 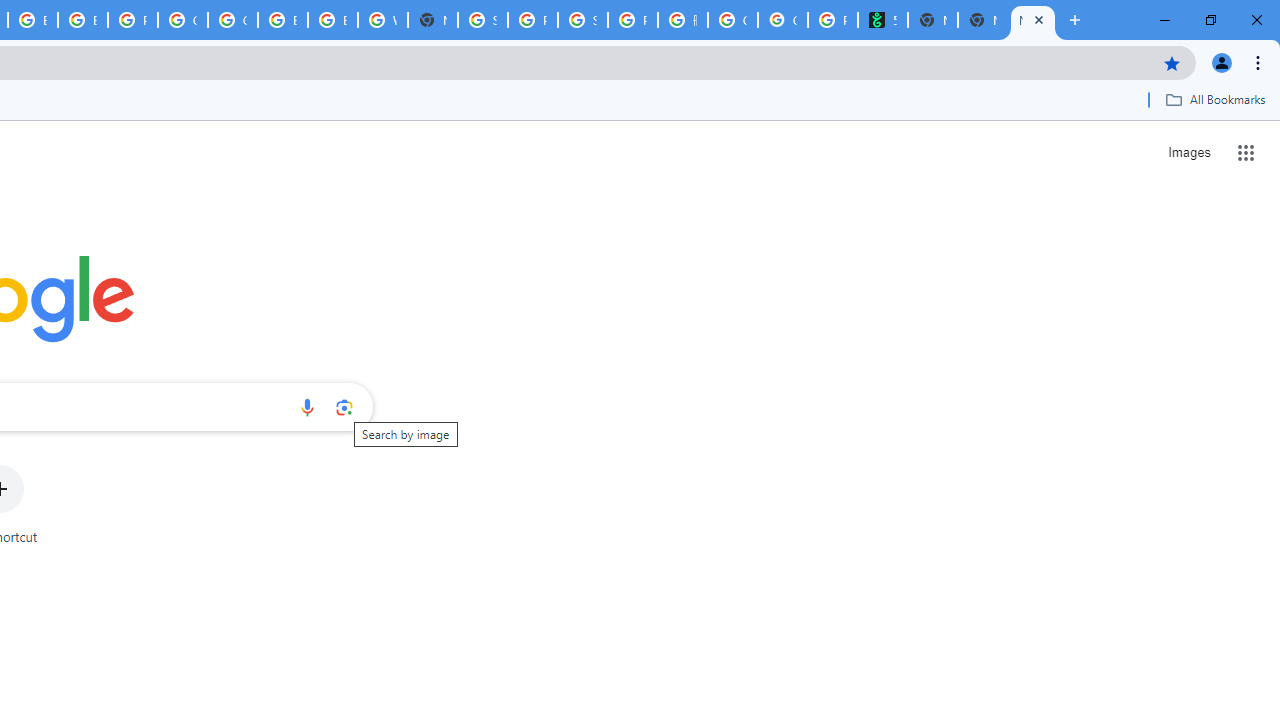 I want to click on 'Sign in - Google Accounts', so click(x=483, y=20).